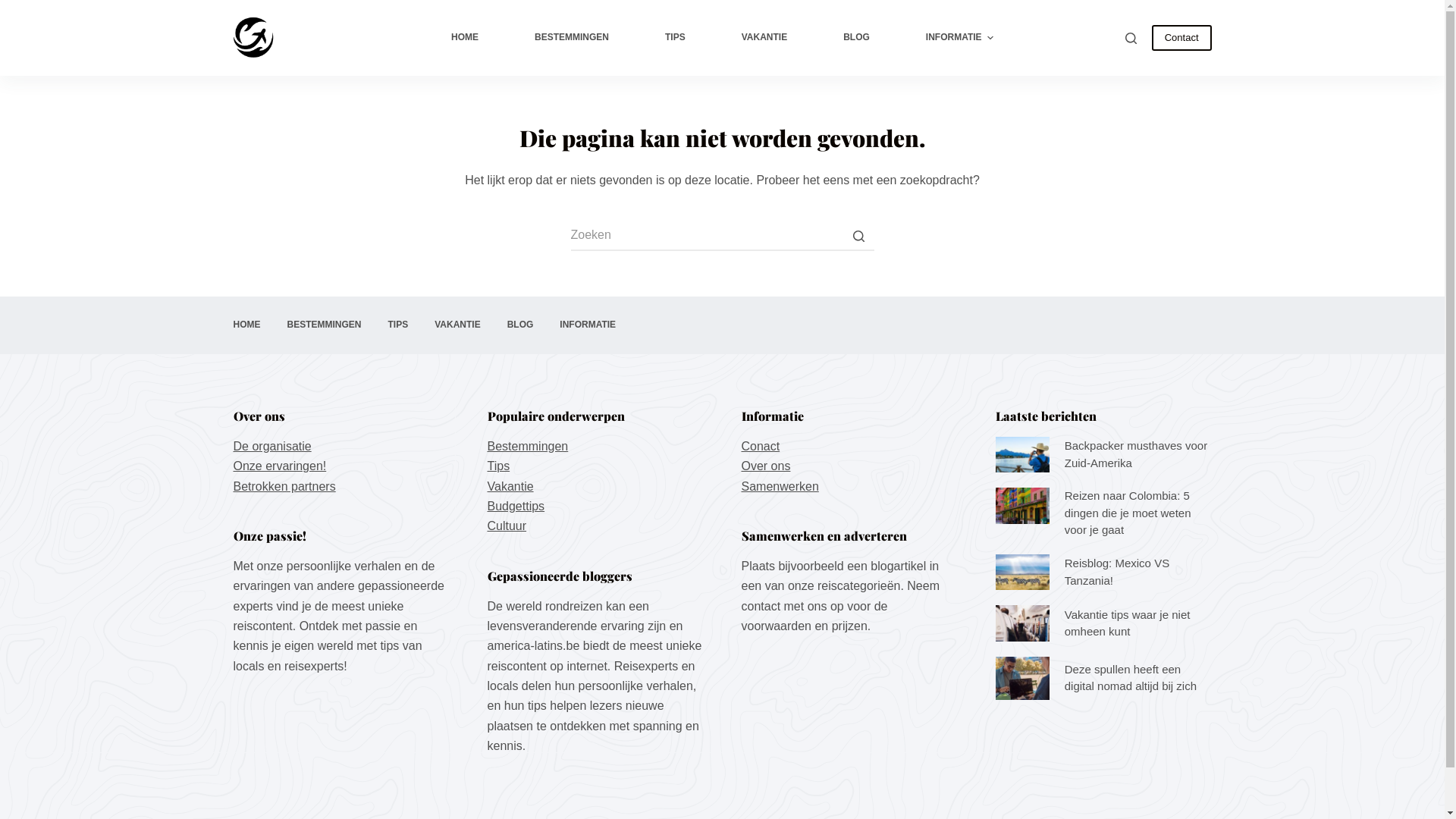  I want to click on 'Betrokken partners', so click(284, 486).